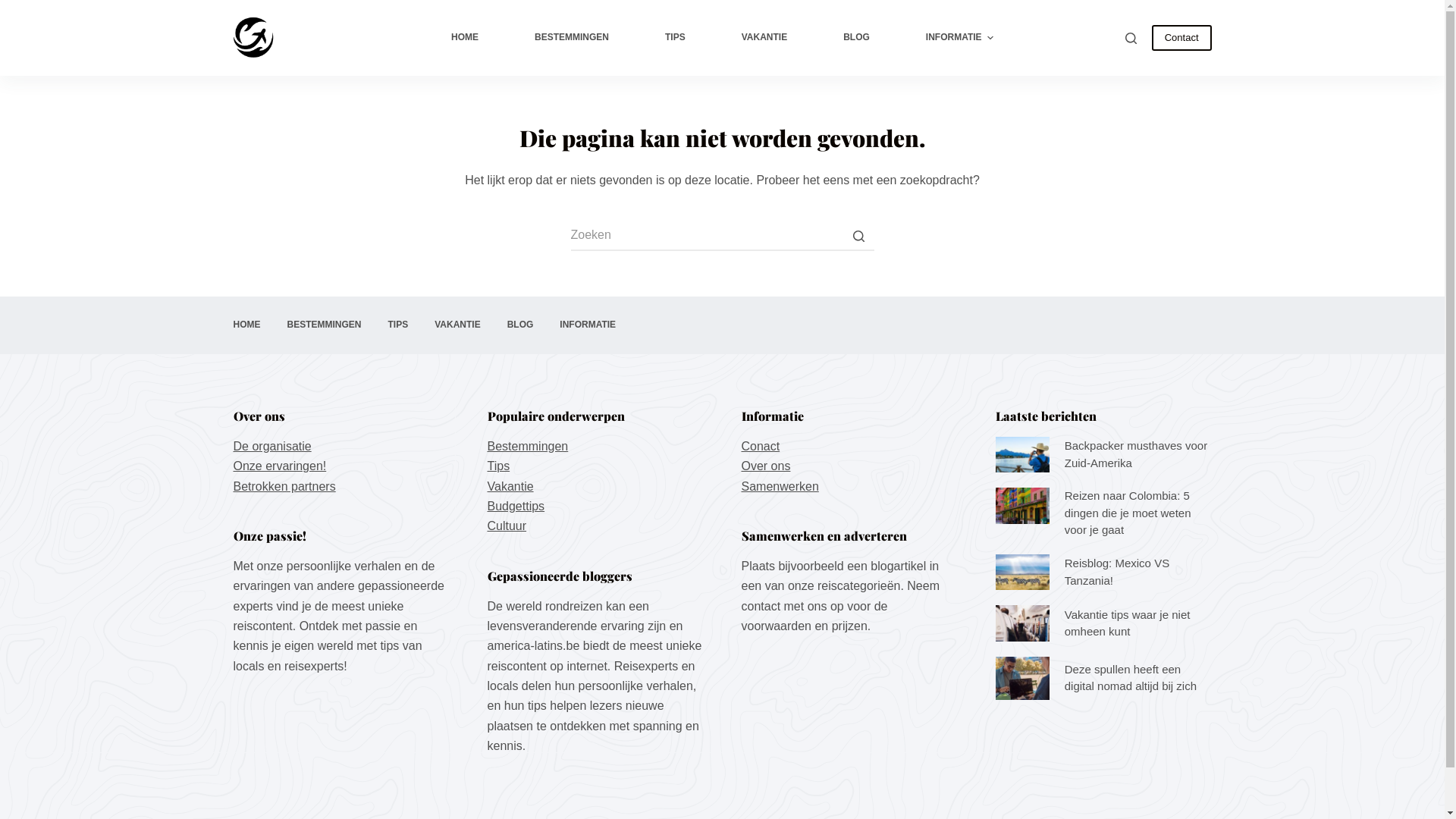  I want to click on 'Betrokken partners', so click(284, 486).